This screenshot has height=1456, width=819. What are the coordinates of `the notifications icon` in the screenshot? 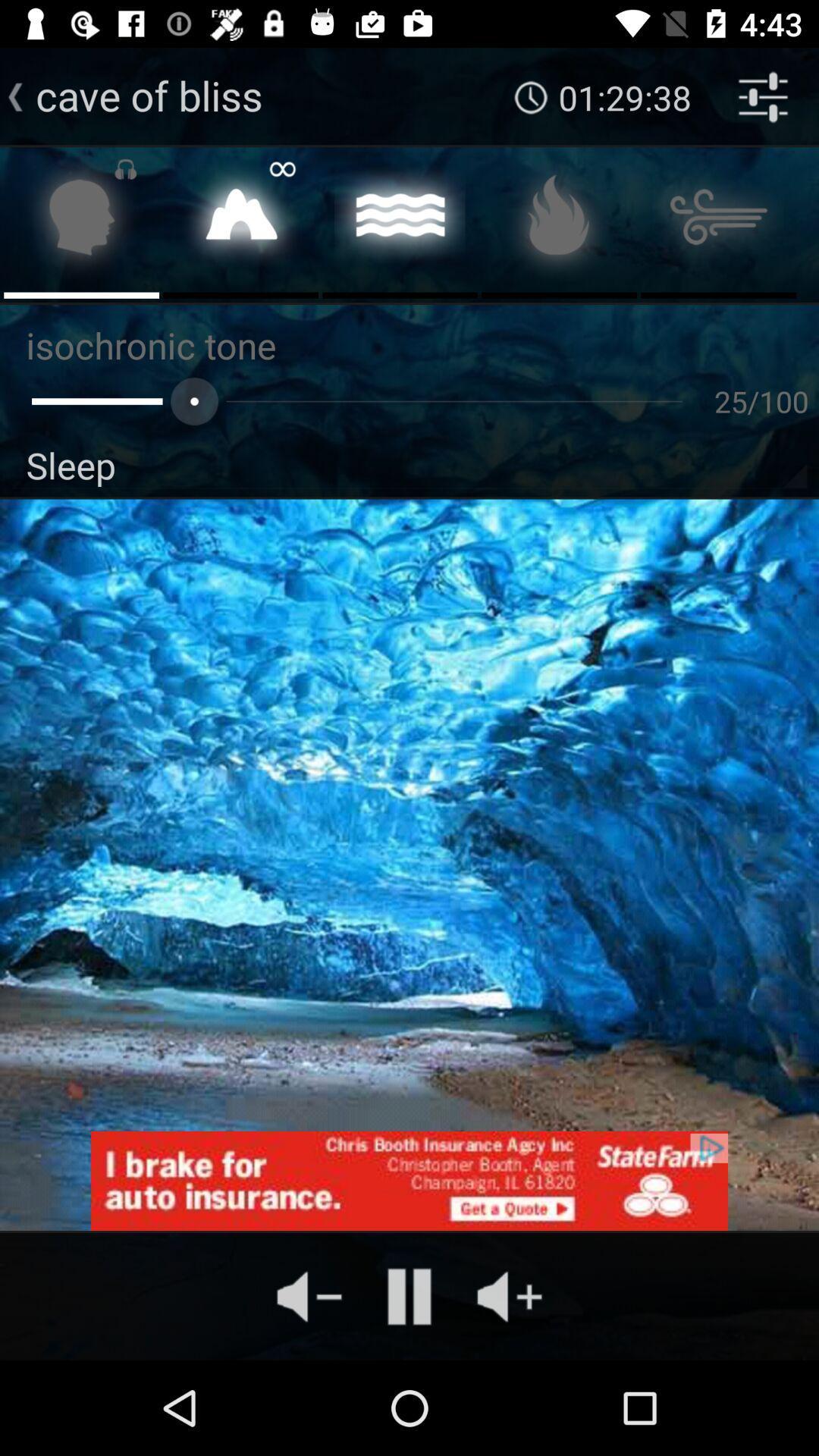 It's located at (240, 221).